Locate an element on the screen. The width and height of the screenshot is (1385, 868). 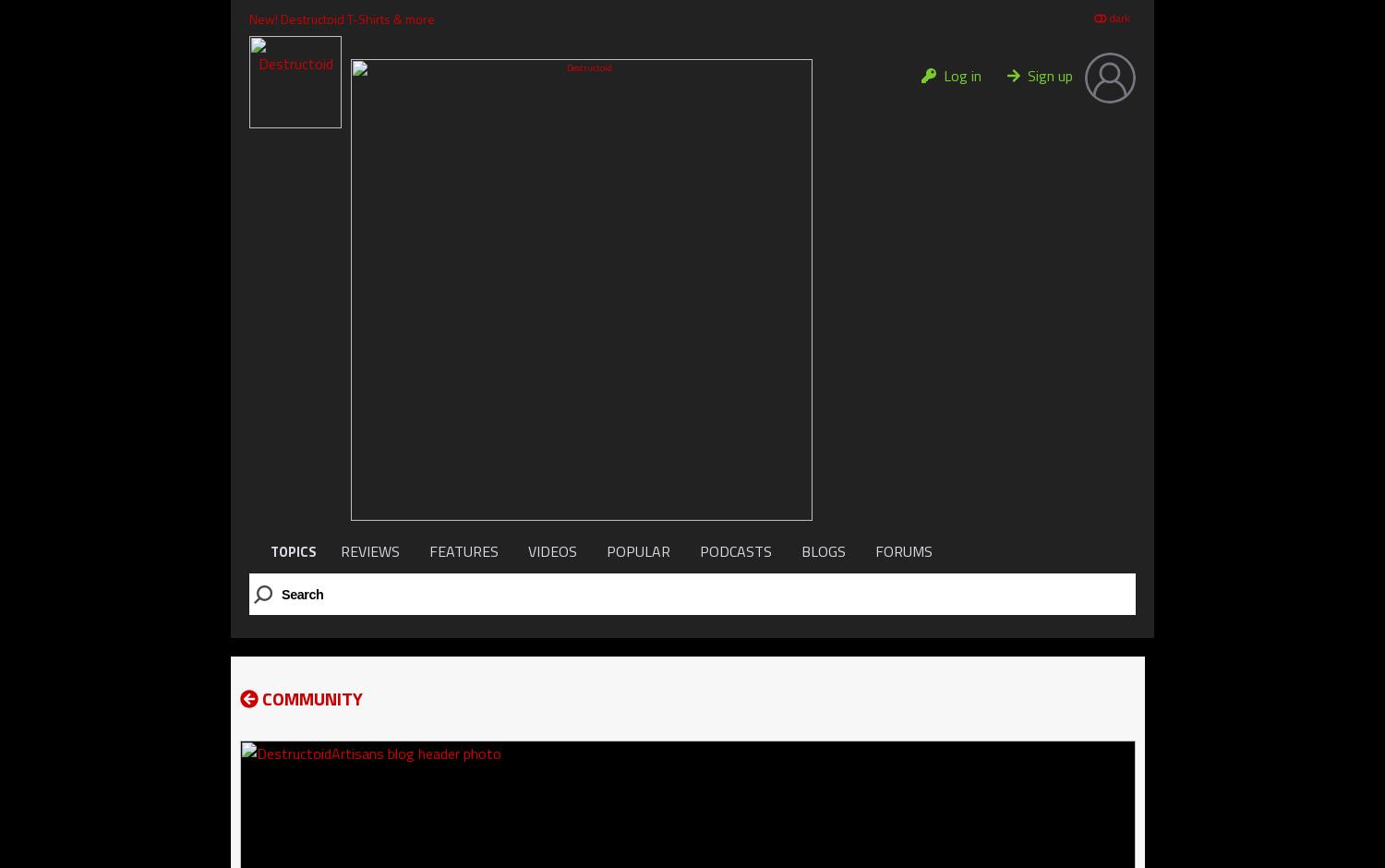
'VIDEOS' is located at coordinates (551, 549).